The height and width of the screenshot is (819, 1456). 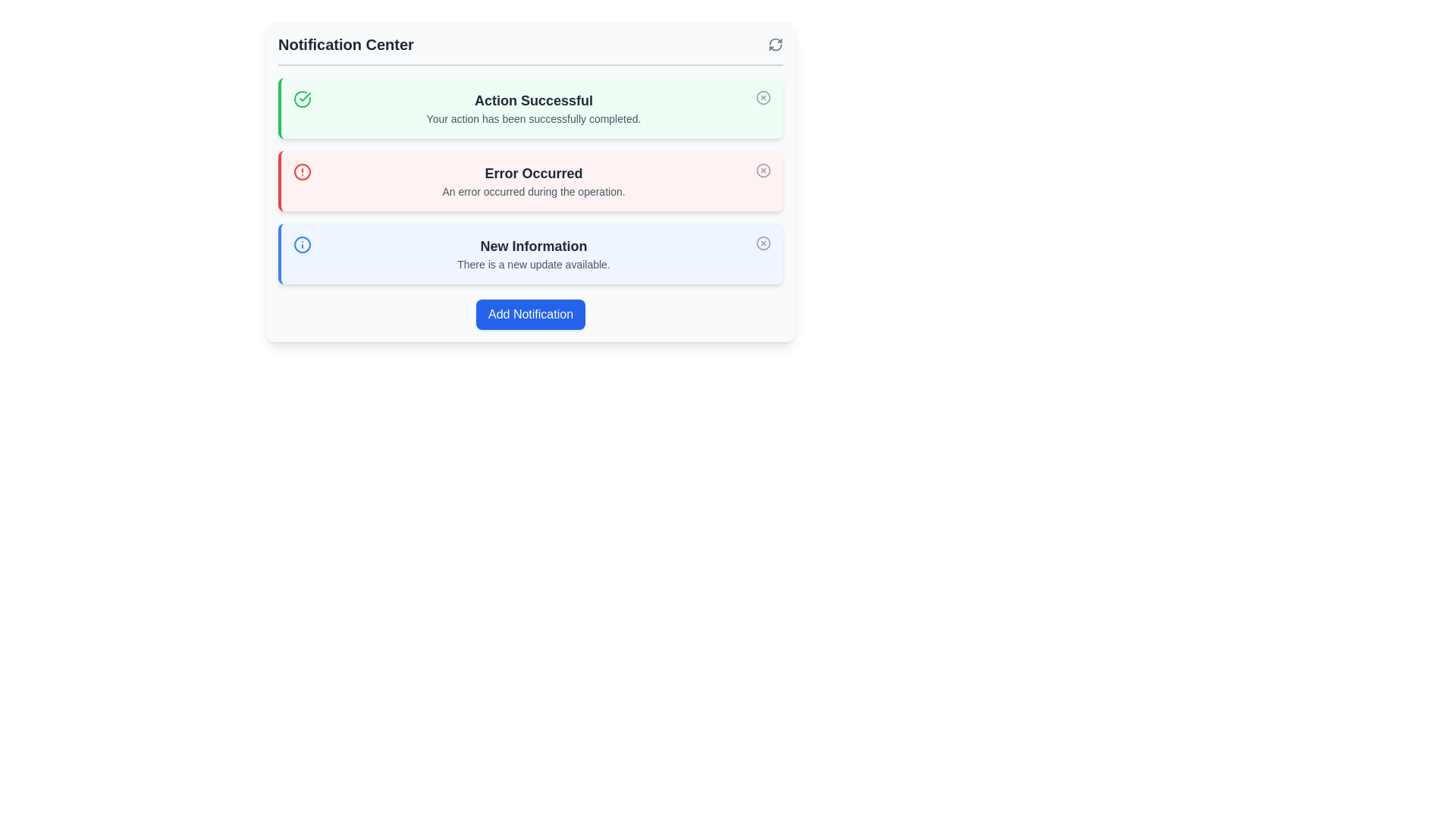 I want to click on the circular blue information icon located at the leftmost side of the 'New Information' notification box, which is the third notification in the notification center, so click(x=302, y=244).